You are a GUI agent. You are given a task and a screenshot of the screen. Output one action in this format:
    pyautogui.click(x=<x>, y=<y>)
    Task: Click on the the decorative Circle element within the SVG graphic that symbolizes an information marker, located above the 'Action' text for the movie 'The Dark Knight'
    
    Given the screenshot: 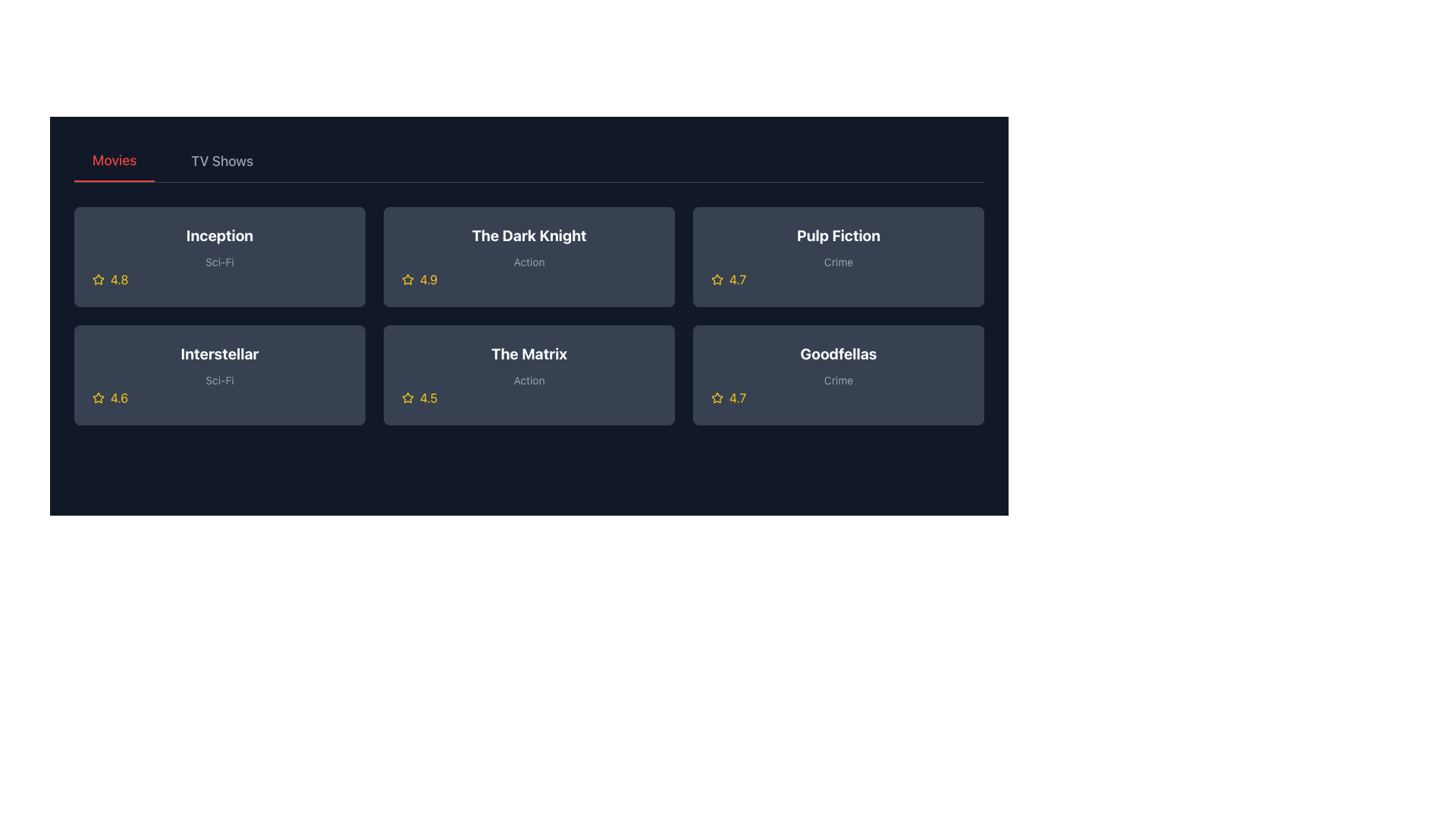 What is the action you would take?
    pyautogui.click(x=529, y=256)
    